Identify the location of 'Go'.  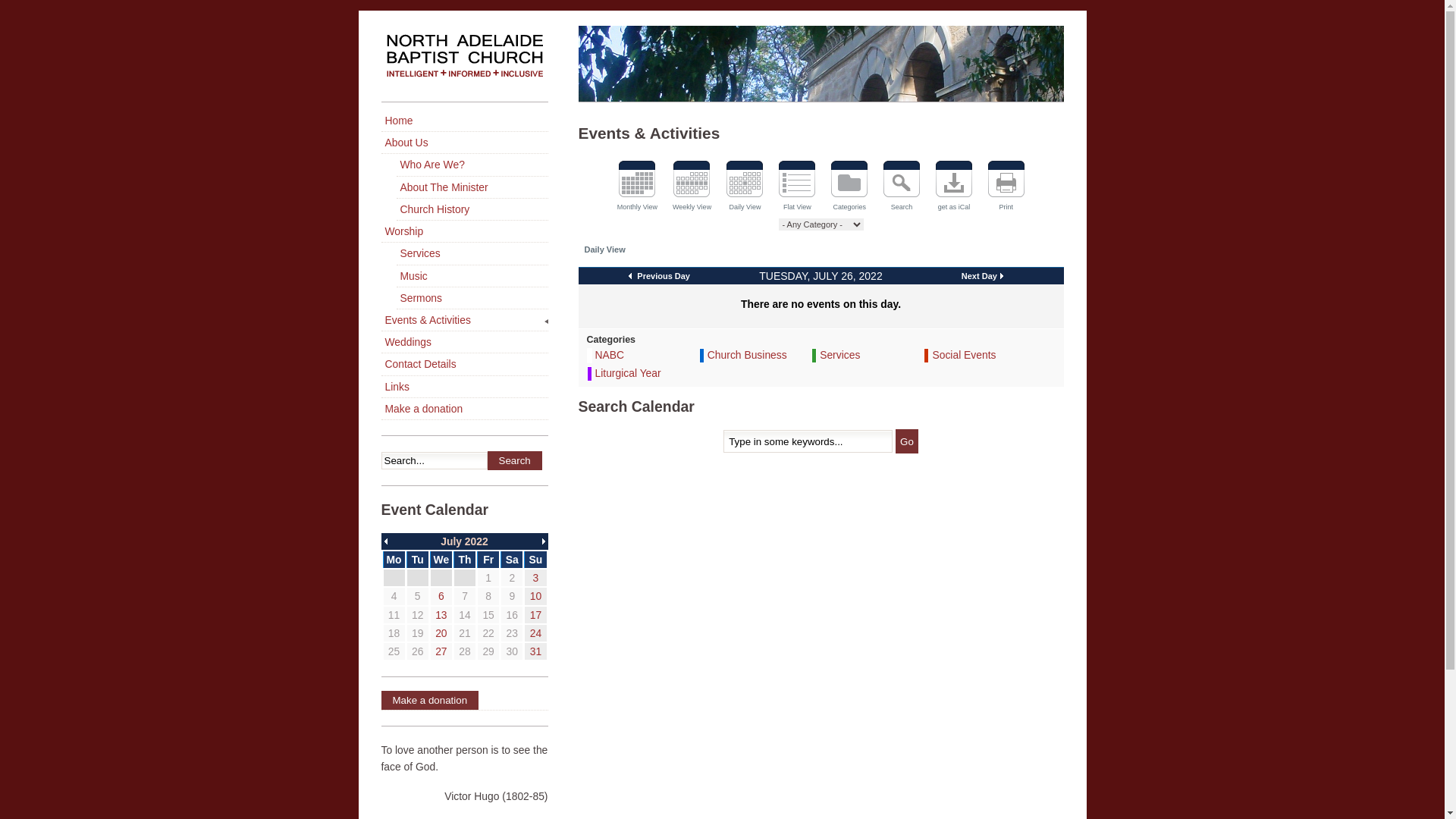
(906, 441).